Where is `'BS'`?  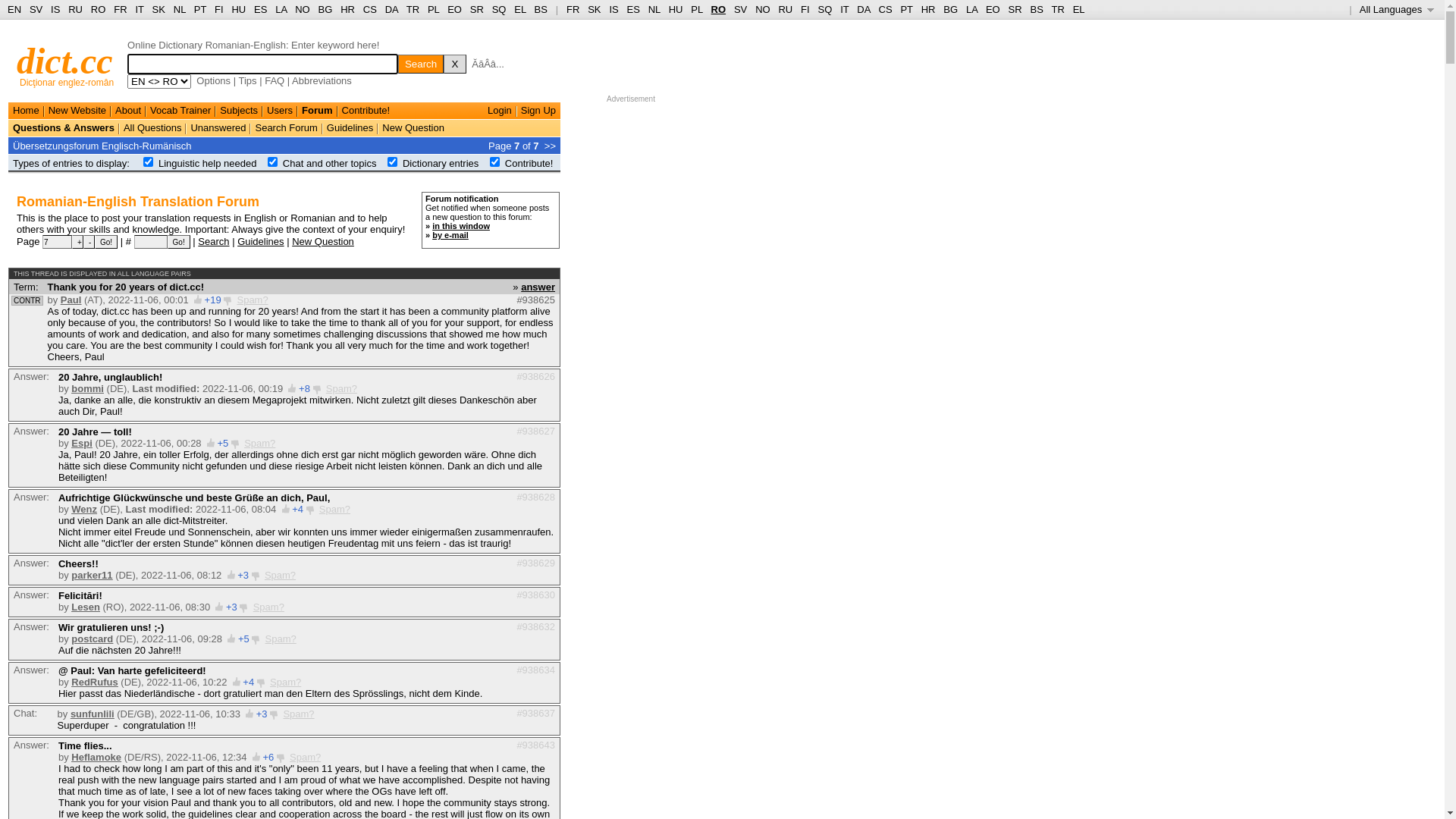
'BS' is located at coordinates (541, 9).